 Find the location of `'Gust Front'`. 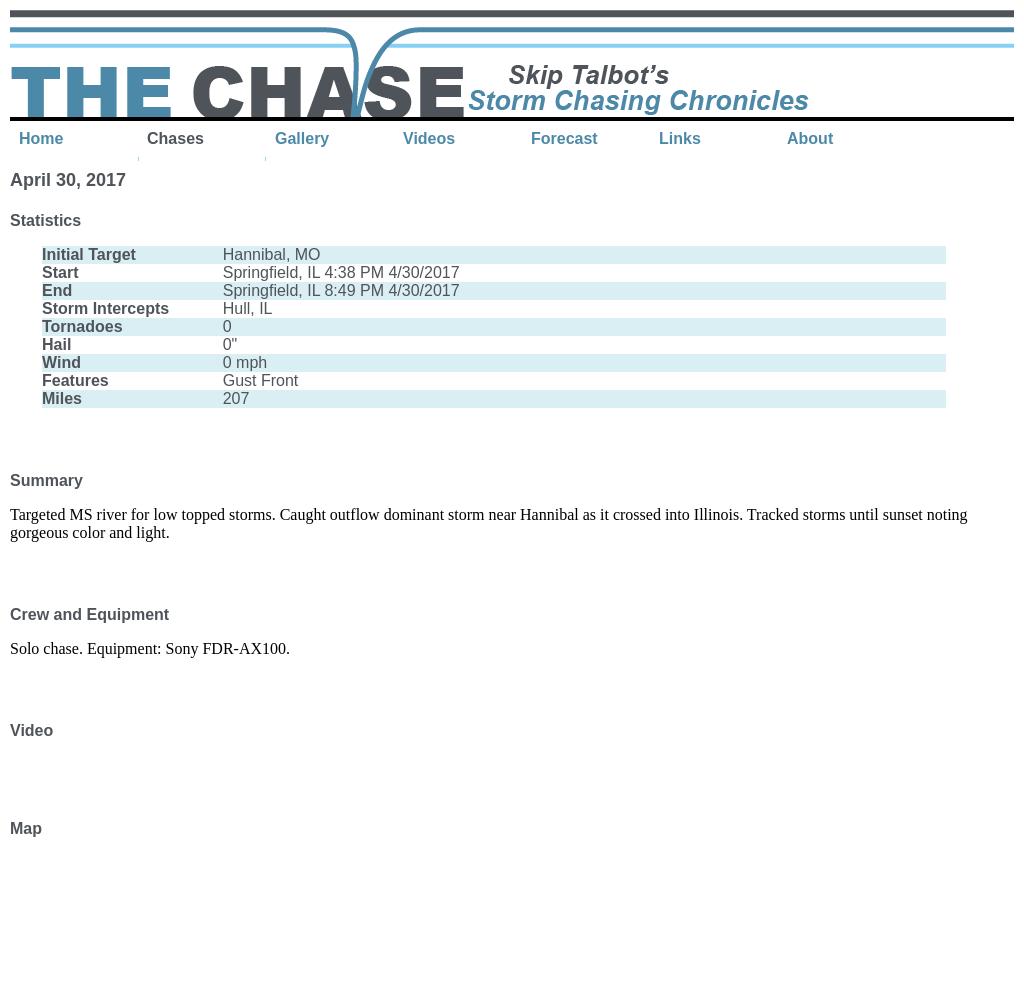

'Gust Front' is located at coordinates (221, 379).